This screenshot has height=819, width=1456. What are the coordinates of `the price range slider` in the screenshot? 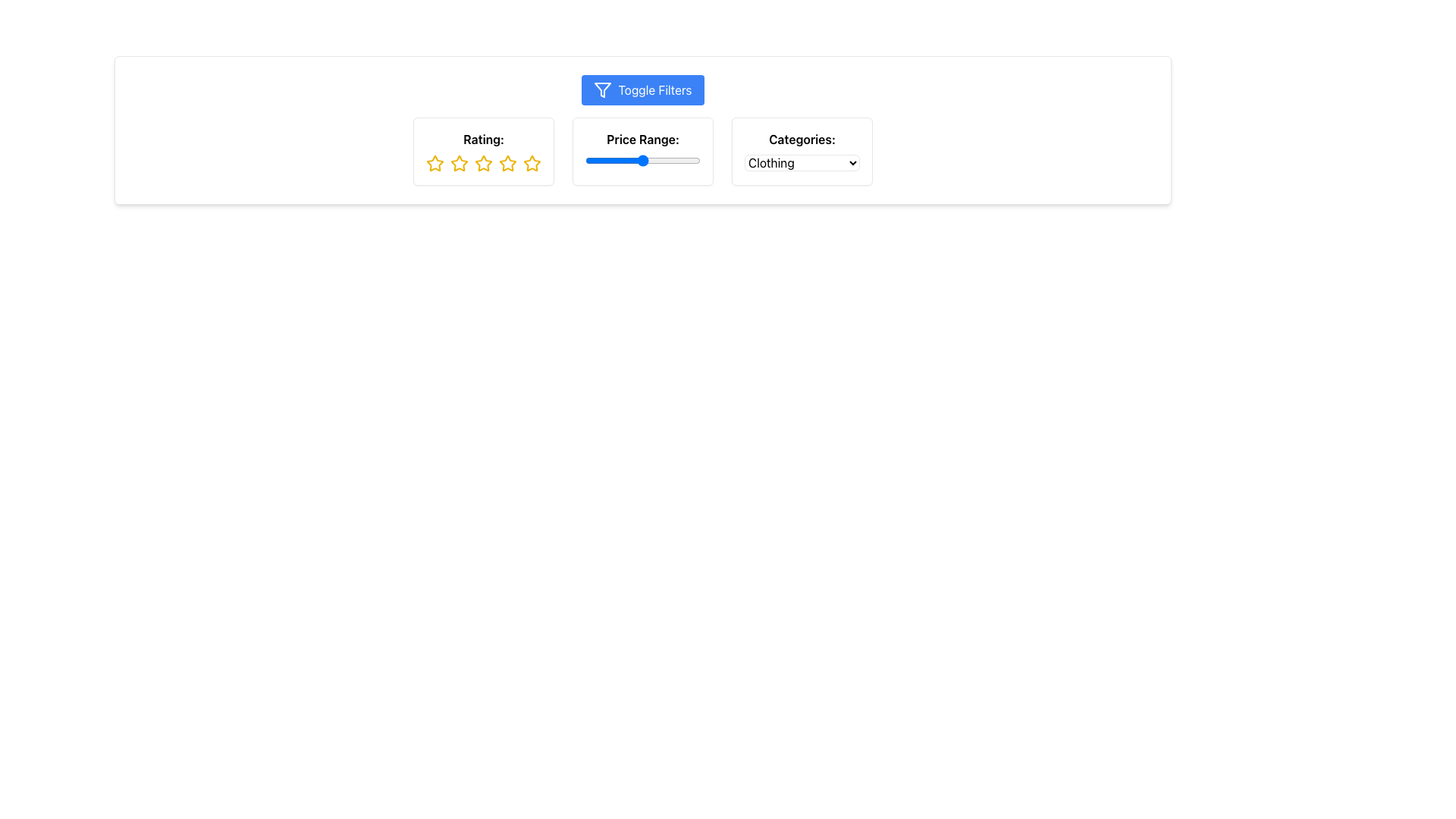 It's located at (694, 161).